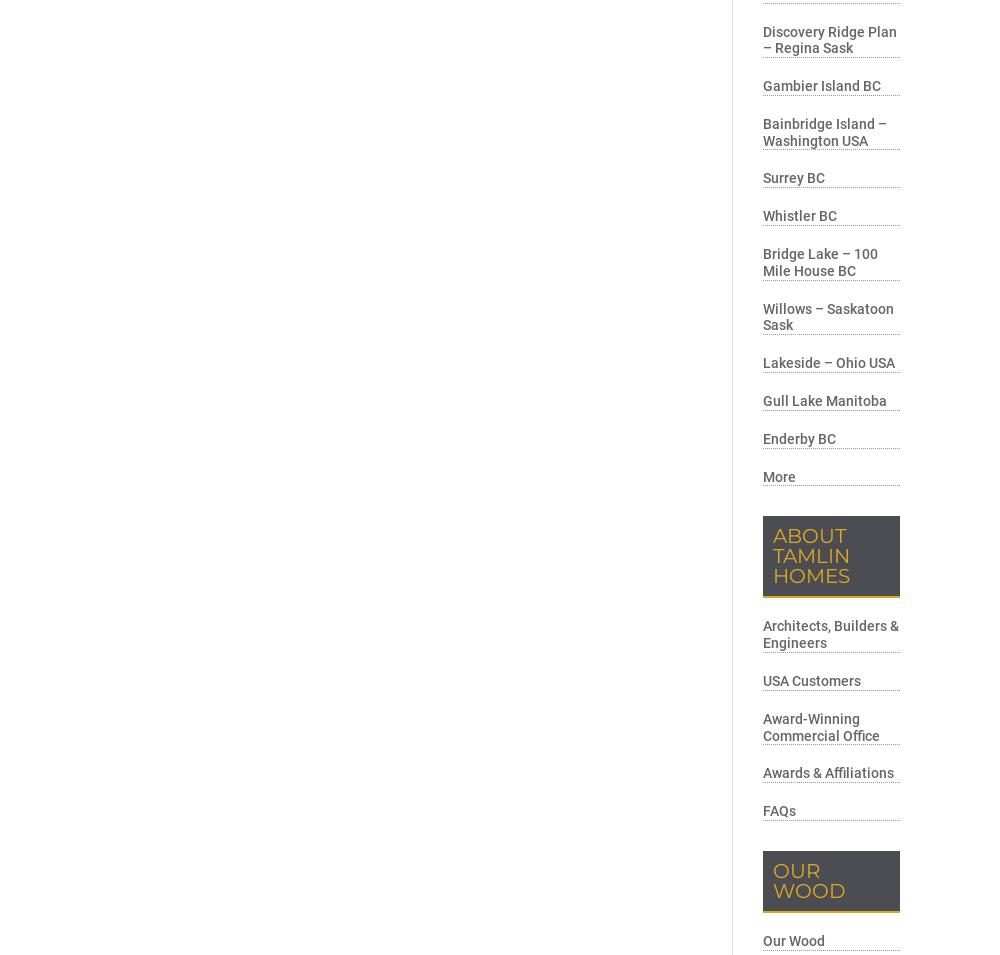 The image size is (1000, 955). What do you see at coordinates (824, 400) in the screenshot?
I see `'Gull Lake Manitoba'` at bounding box center [824, 400].